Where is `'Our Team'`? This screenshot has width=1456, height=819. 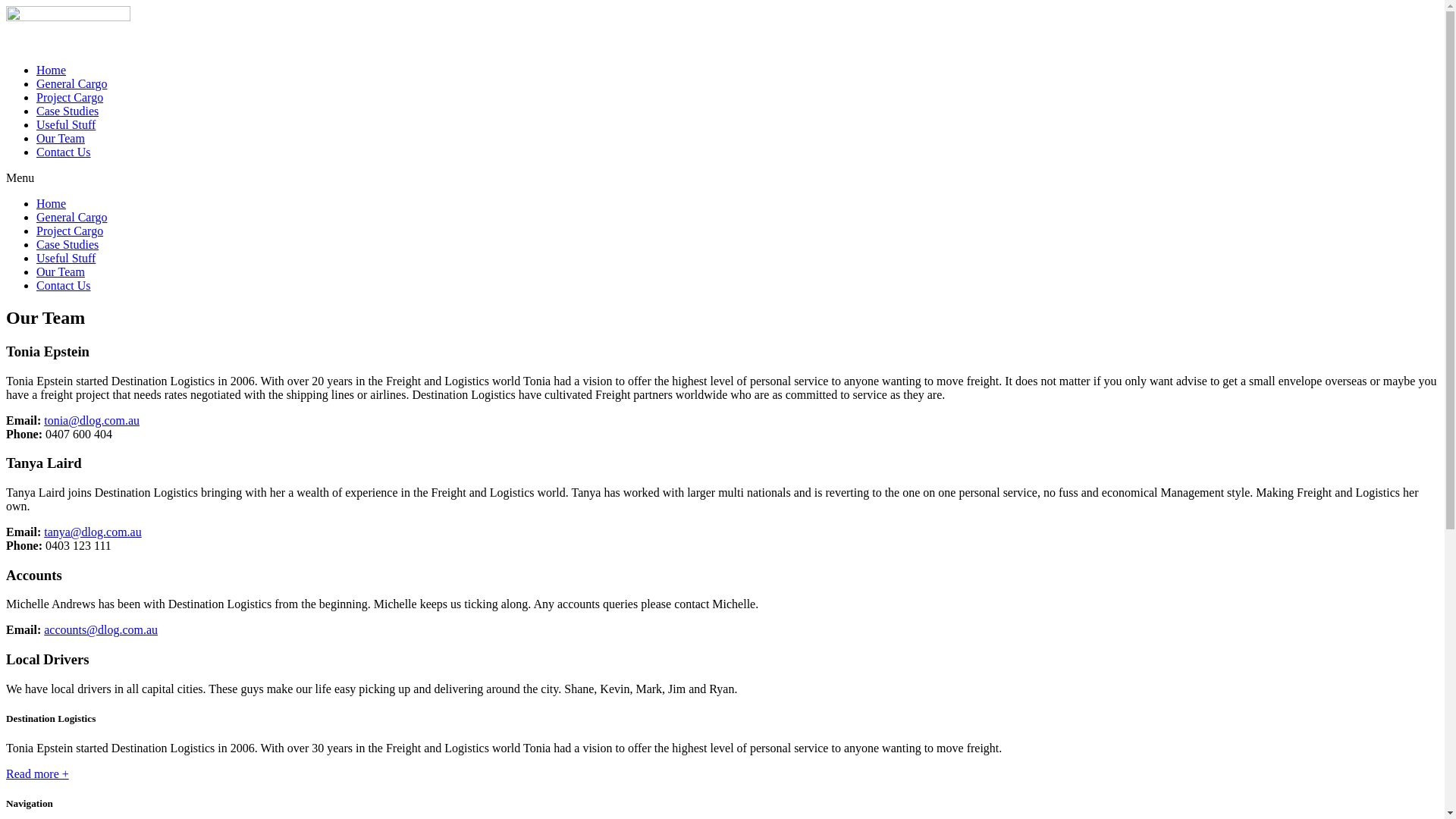
'Our Team' is located at coordinates (61, 271).